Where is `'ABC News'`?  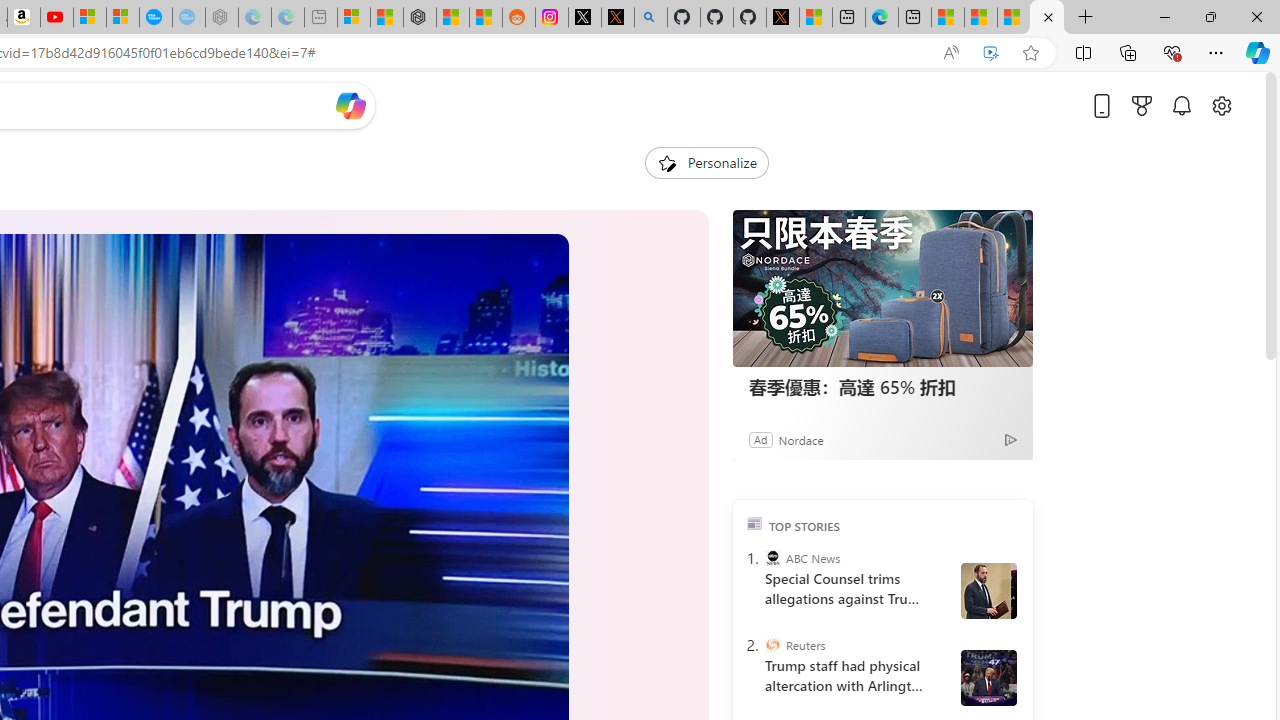
'ABC News' is located at coordinates (772, 558).